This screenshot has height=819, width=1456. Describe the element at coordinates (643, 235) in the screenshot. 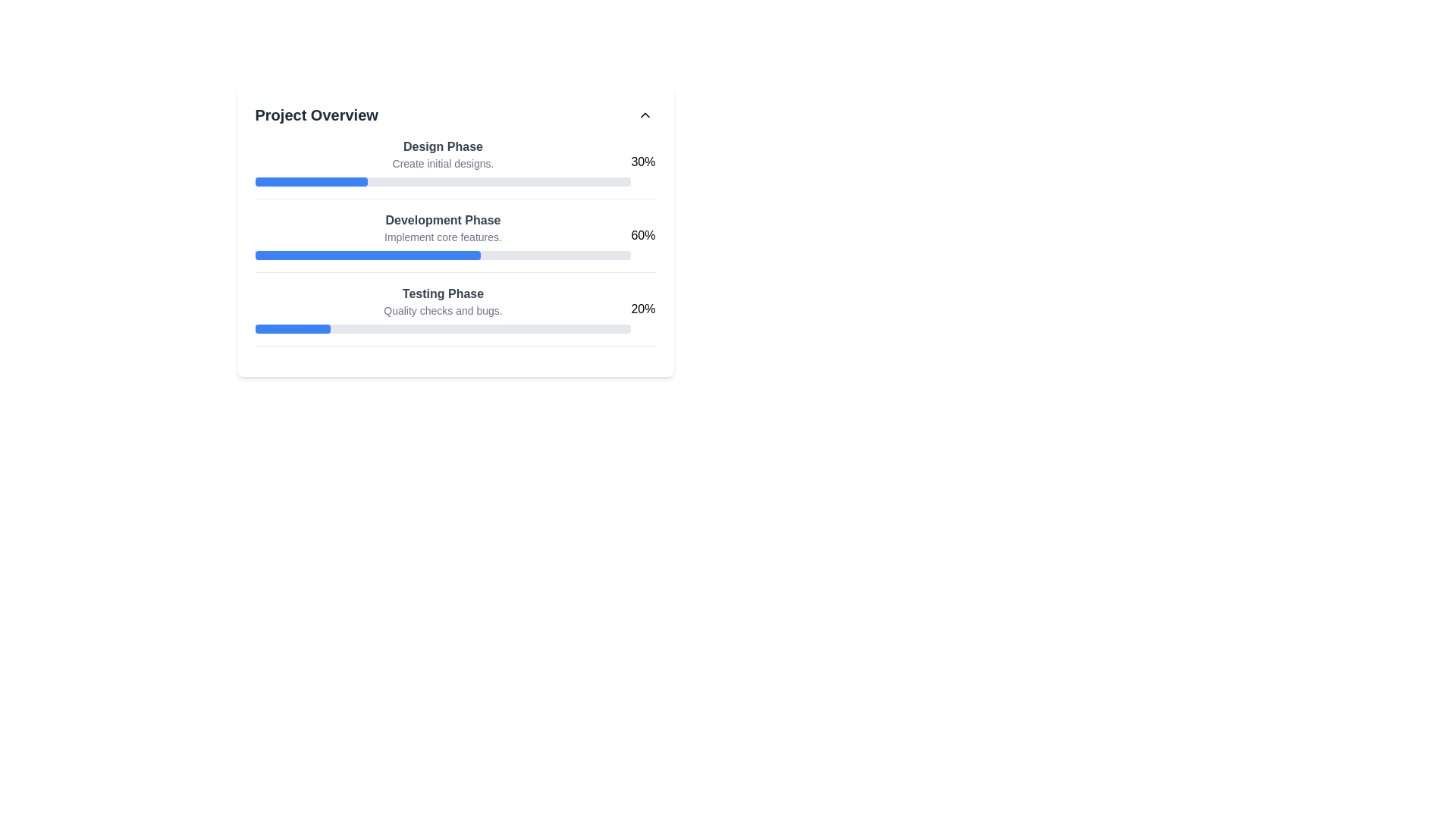

I see `the text label displaying '60%' that is positioned at the rightmost side of the progress bar in the 'Development Phase' row` at that location.